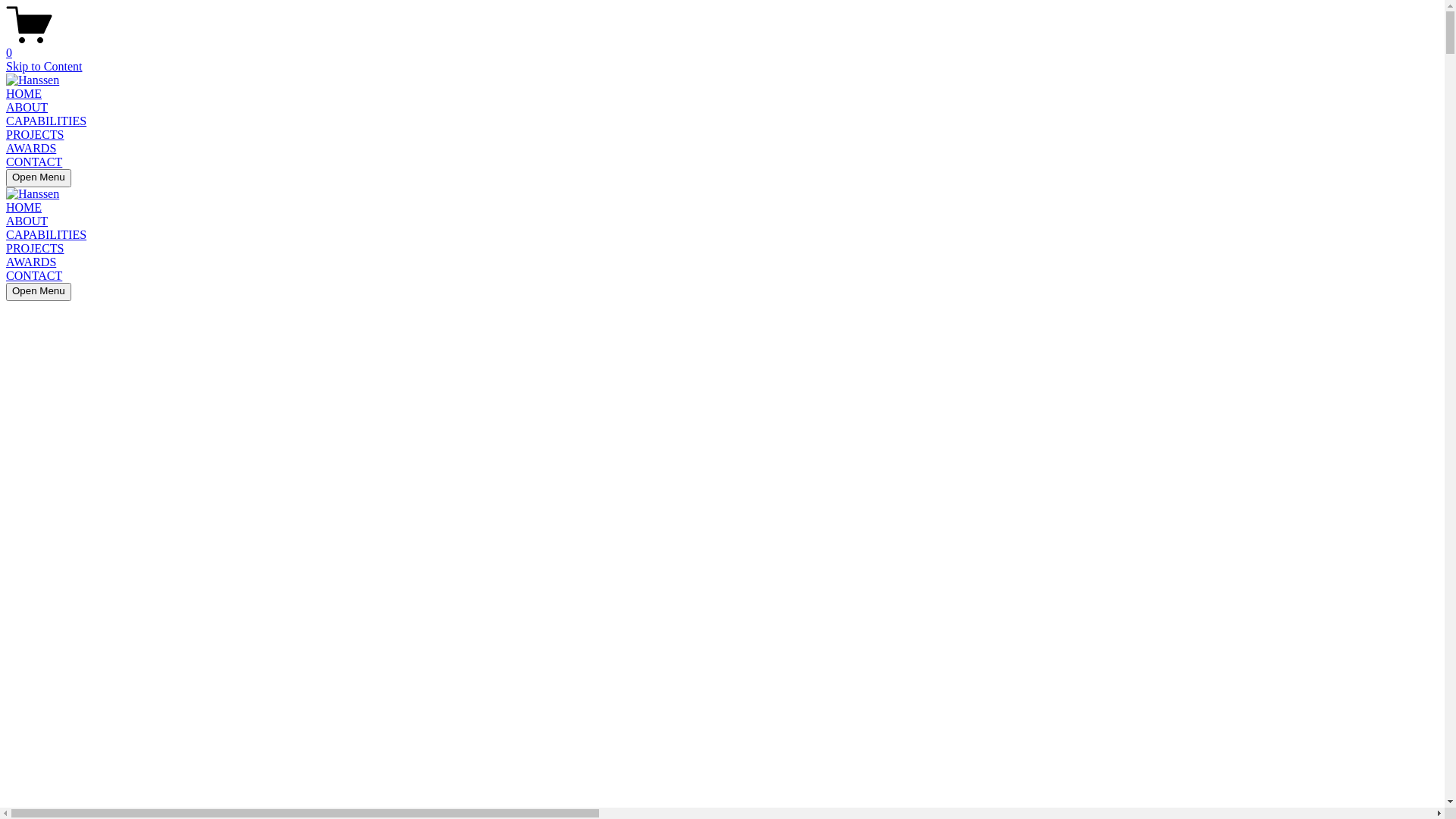 The height and width of the screenshot is (819, 1456). What do you see at coordinates (35, 247) in the screenshot?
I see `'PROJECTS'` at bounding box center [35, 247].